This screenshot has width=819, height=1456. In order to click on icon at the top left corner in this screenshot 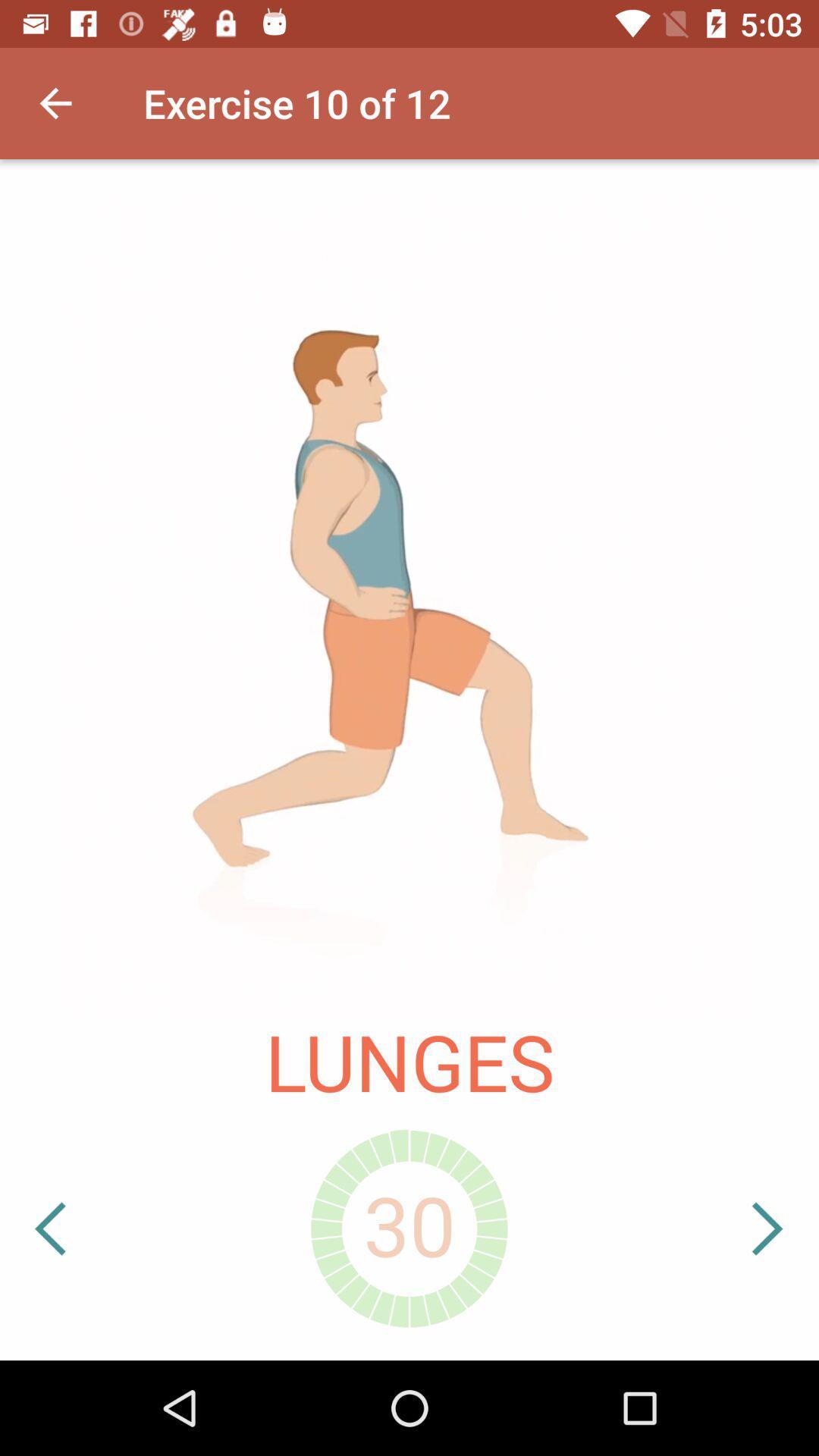, I will do `click(55, 102)`.